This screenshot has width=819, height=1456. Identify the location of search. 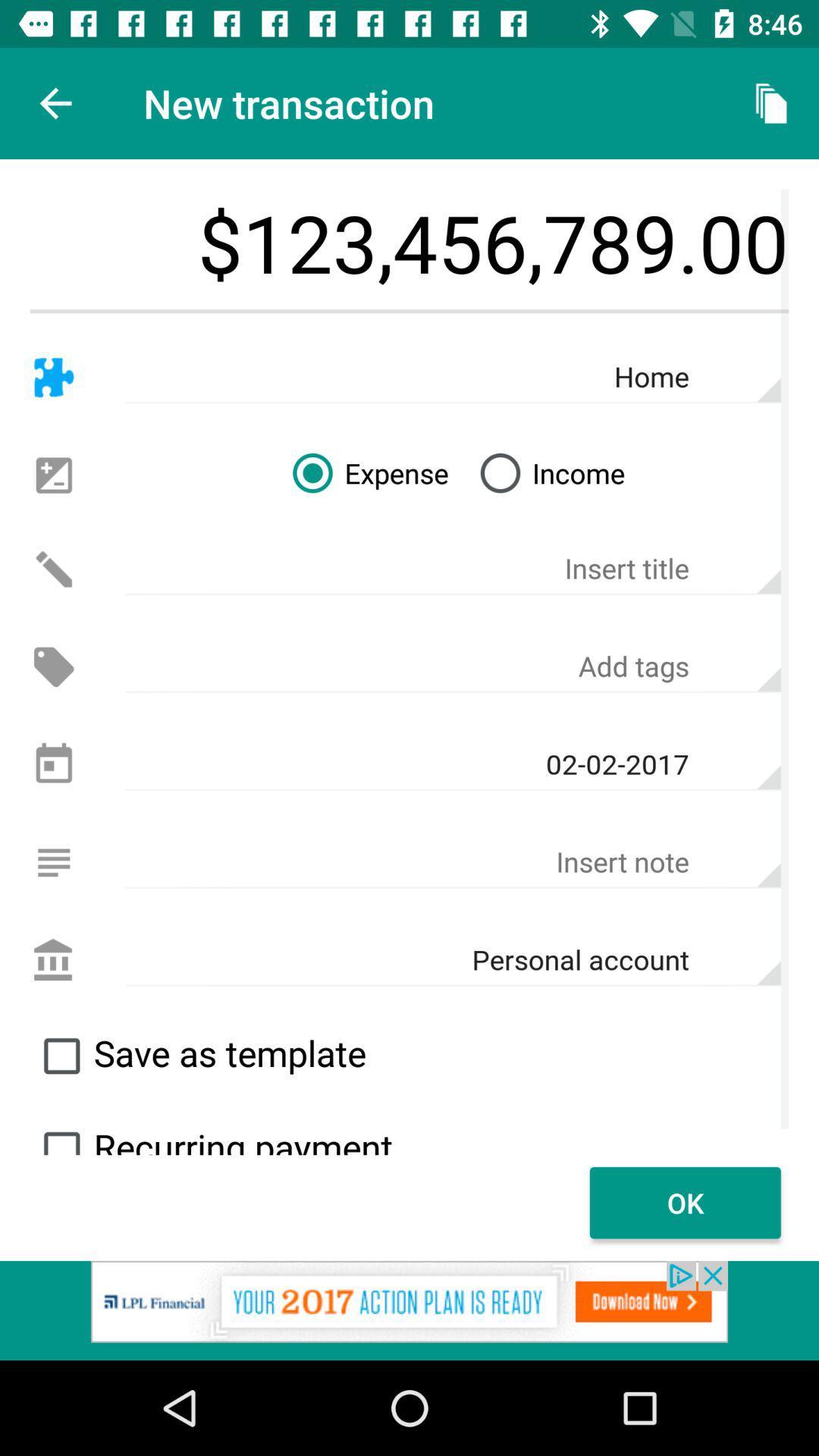
(61, 1136).